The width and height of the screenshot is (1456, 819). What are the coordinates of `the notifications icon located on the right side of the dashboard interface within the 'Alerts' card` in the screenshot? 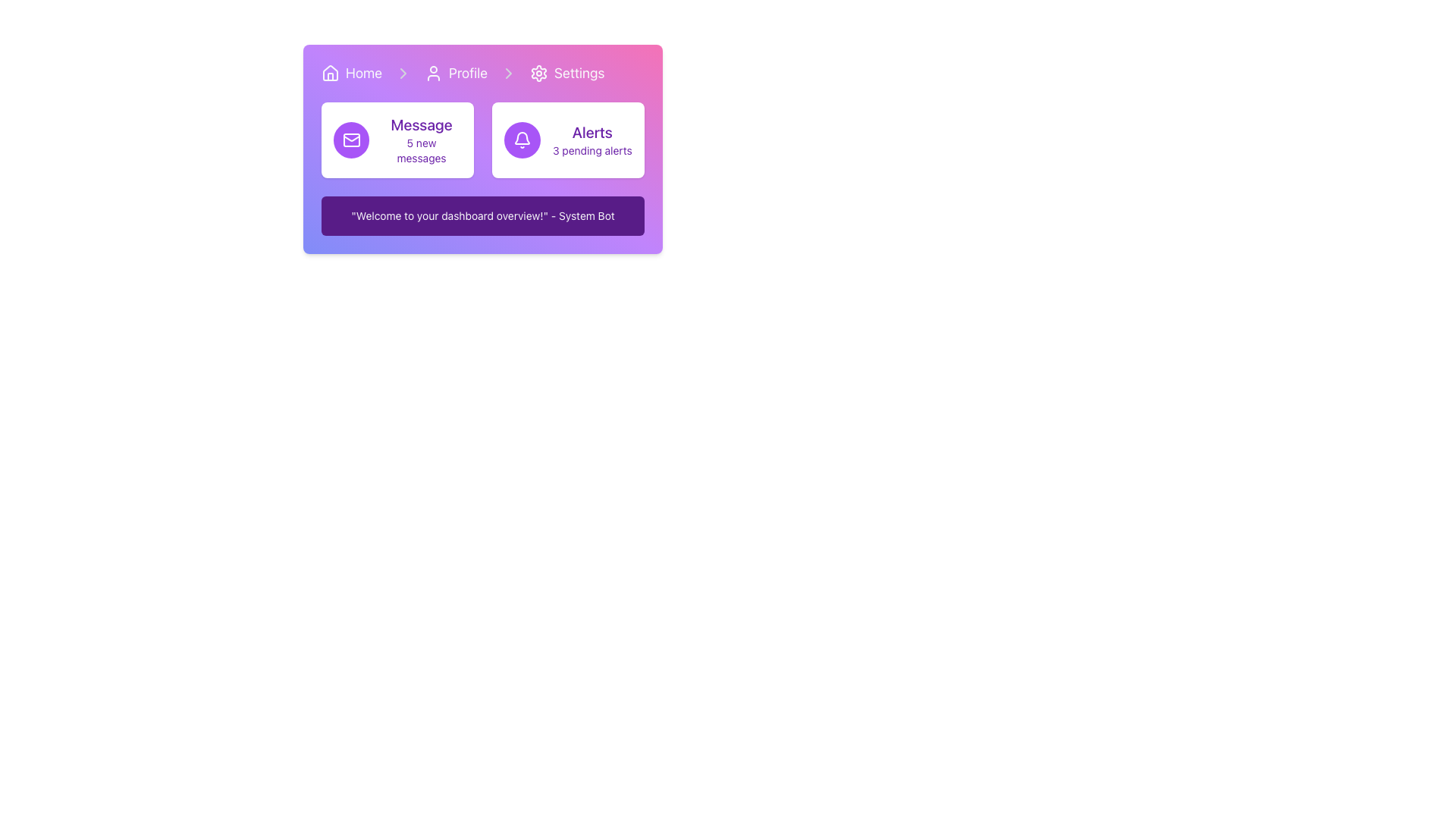 It's located at (522, 140).